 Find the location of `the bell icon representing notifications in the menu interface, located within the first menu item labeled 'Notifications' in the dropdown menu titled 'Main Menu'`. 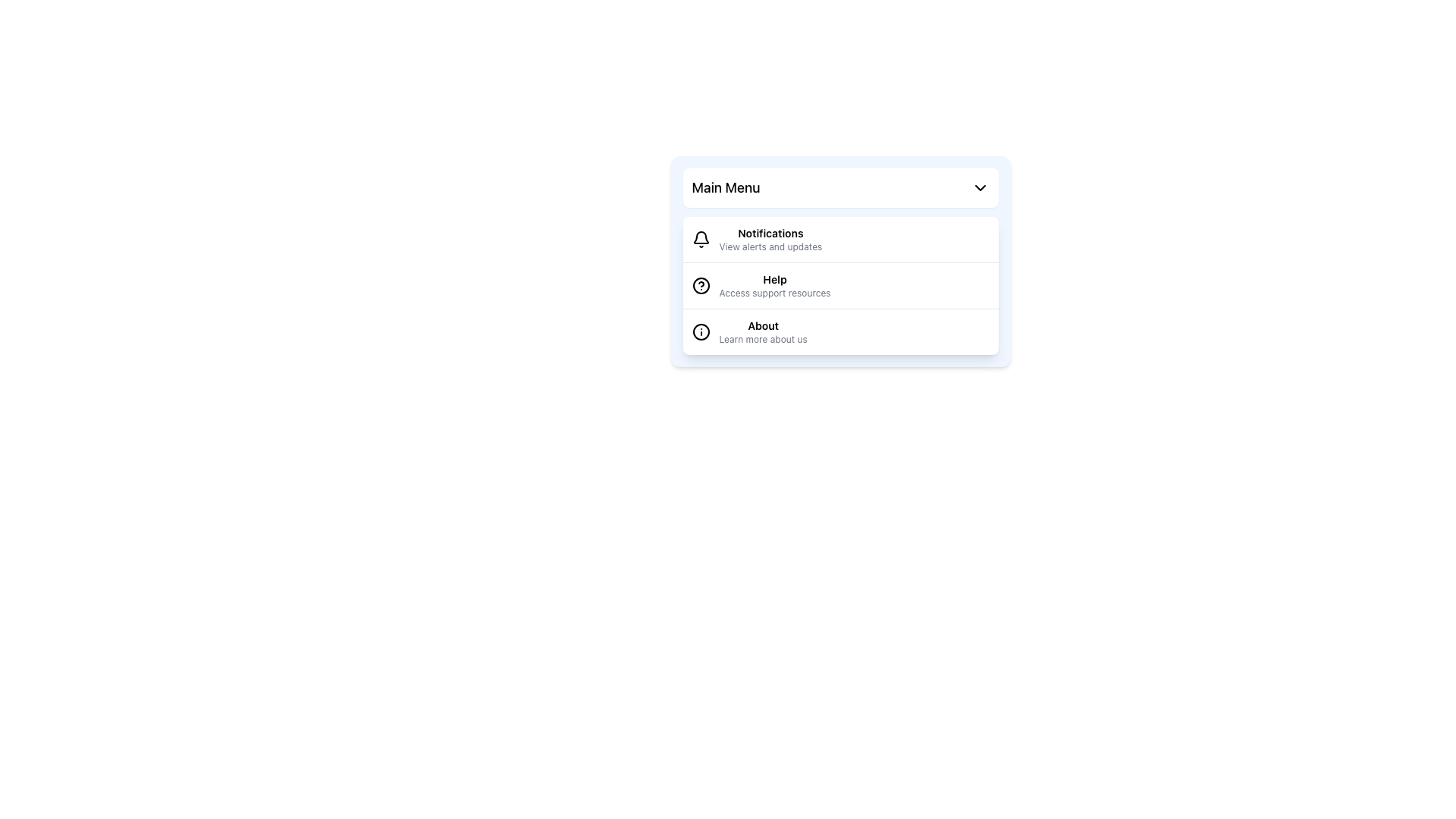

the bell icon representing notifications in the menu interface, located within the first menu item labeled 'Notifications' in the dropdown menu titled 'Main Menu' is located at coordinates (700, 237).